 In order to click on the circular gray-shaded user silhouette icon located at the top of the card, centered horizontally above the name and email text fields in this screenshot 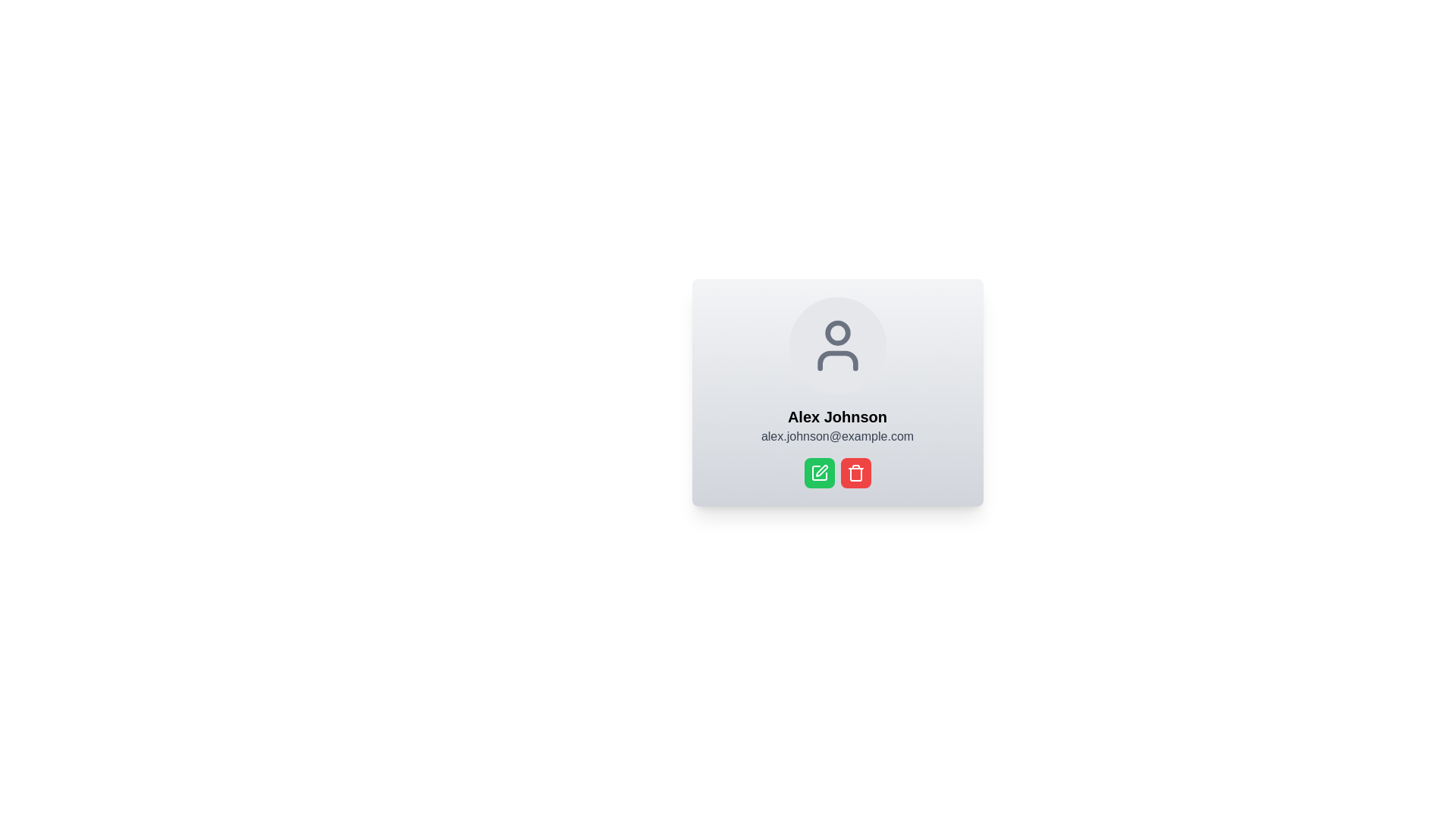, I will do `click(836, 345)`.